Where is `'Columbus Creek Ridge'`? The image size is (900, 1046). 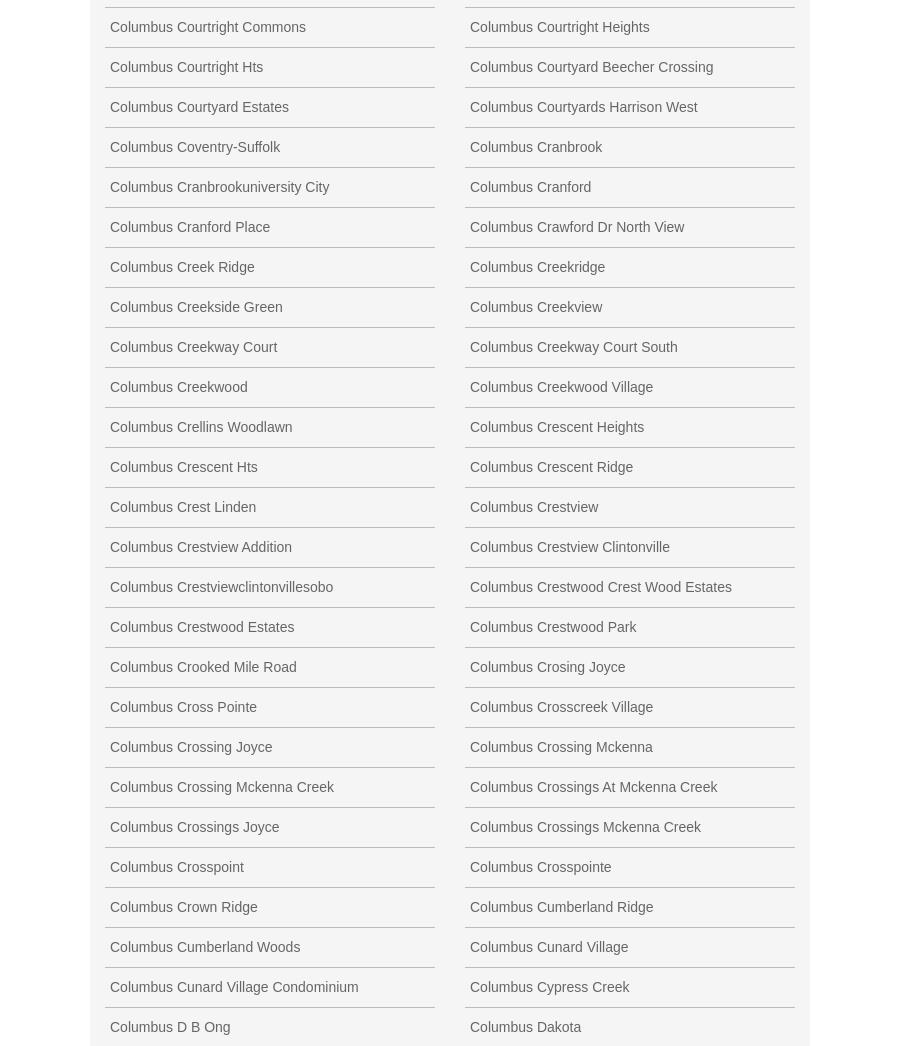 'Columbus Creek Ridge' is located at coordinates (181, 265).